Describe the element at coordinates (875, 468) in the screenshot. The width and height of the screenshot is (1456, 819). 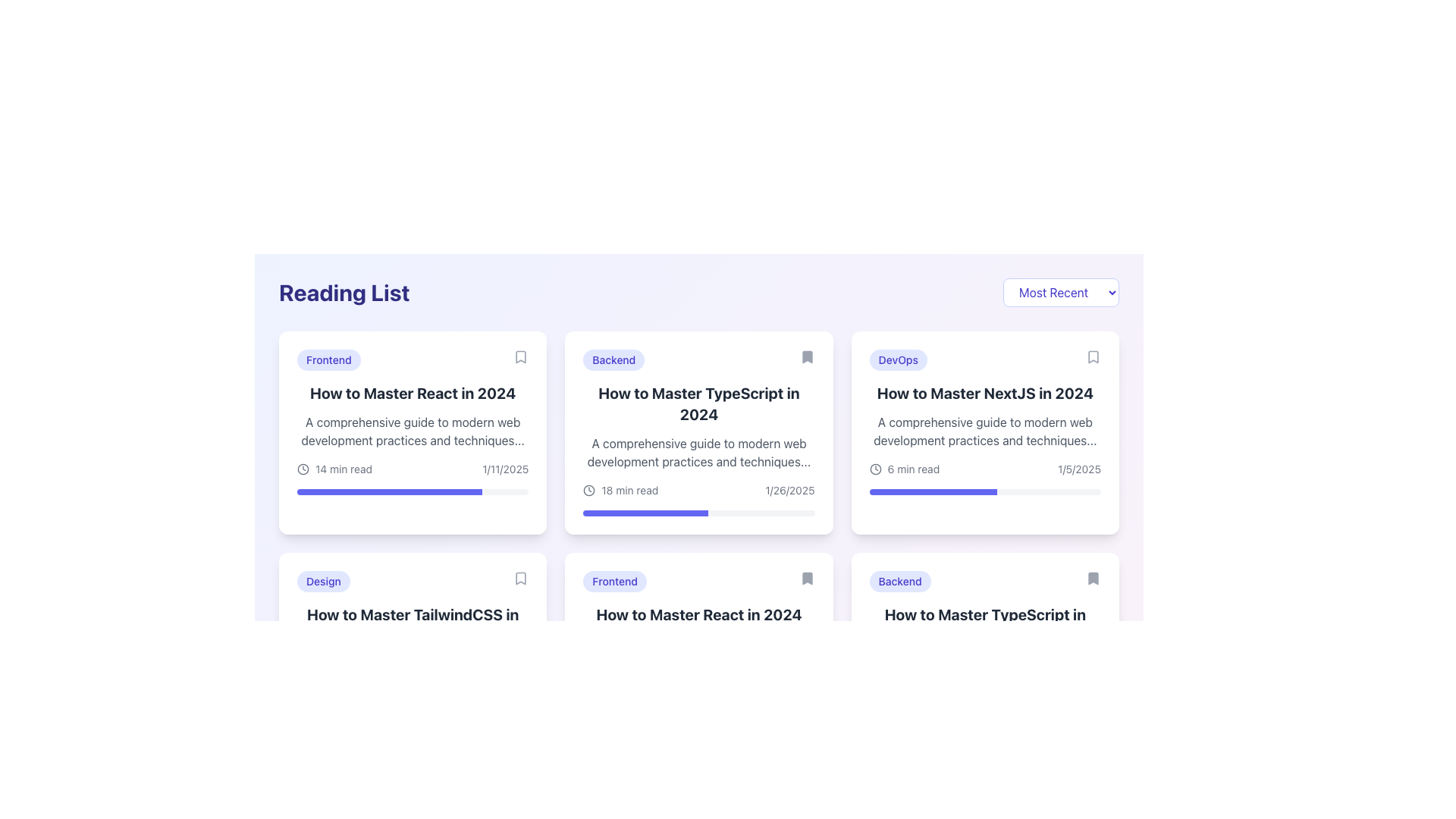
I see `the visual content of the Icon that indicates the estimated reading time, positioned to the left of the '6 min read' text` at that location.